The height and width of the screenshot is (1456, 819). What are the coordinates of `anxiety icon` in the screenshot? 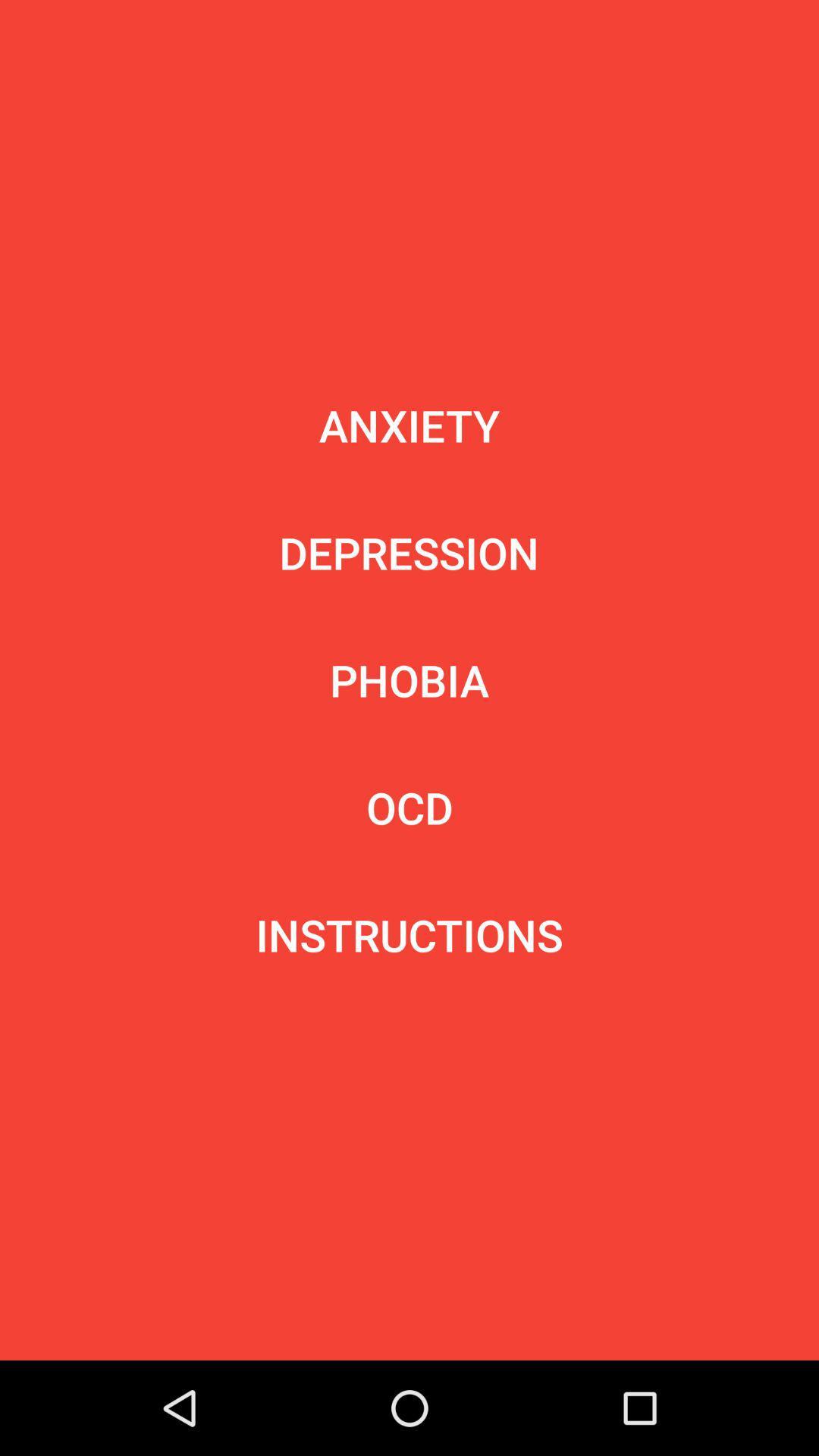 It's located at (409, 425).